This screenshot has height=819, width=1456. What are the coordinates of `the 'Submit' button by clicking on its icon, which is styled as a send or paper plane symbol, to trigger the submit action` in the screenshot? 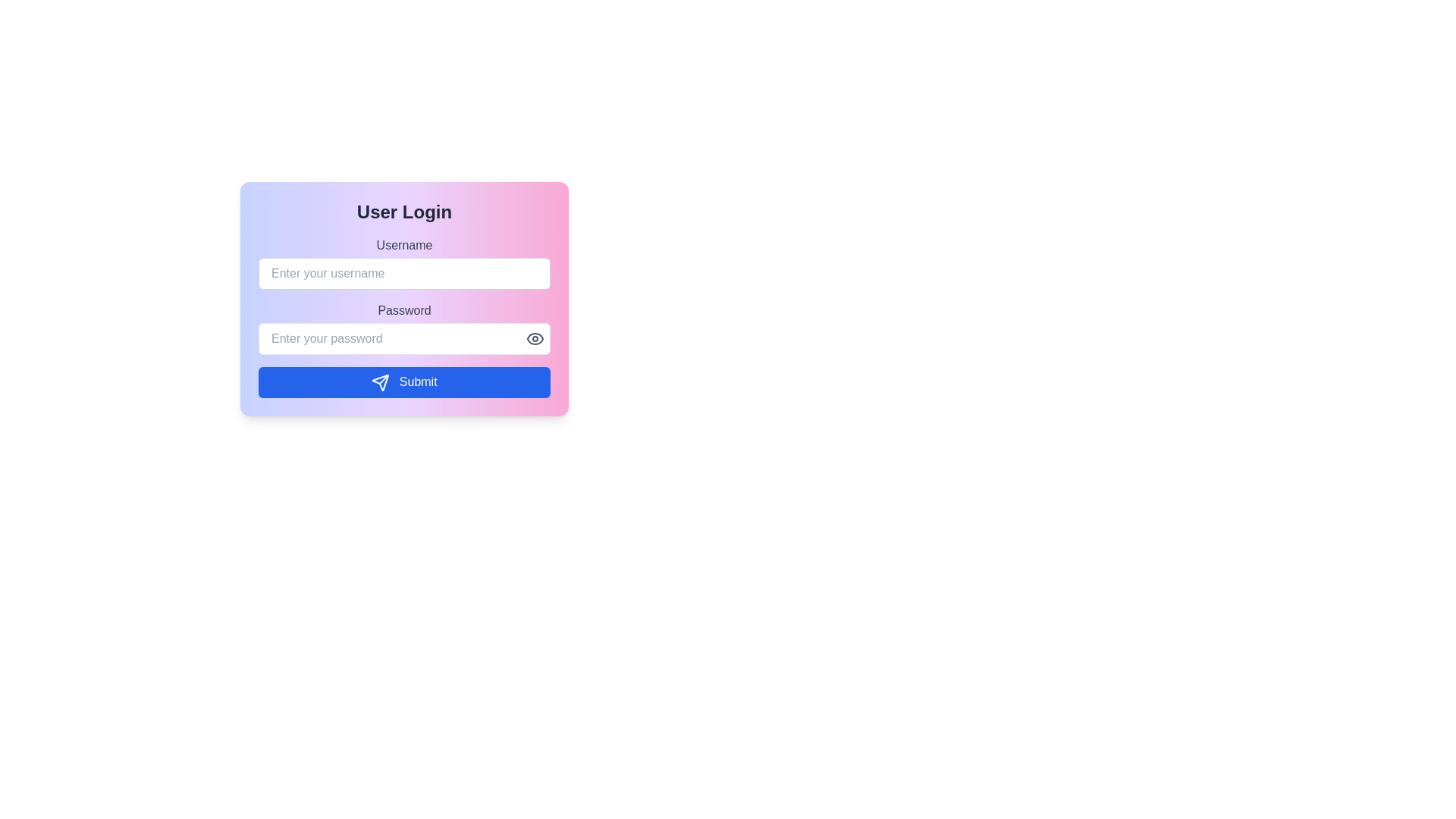 It's located at (381, 381).